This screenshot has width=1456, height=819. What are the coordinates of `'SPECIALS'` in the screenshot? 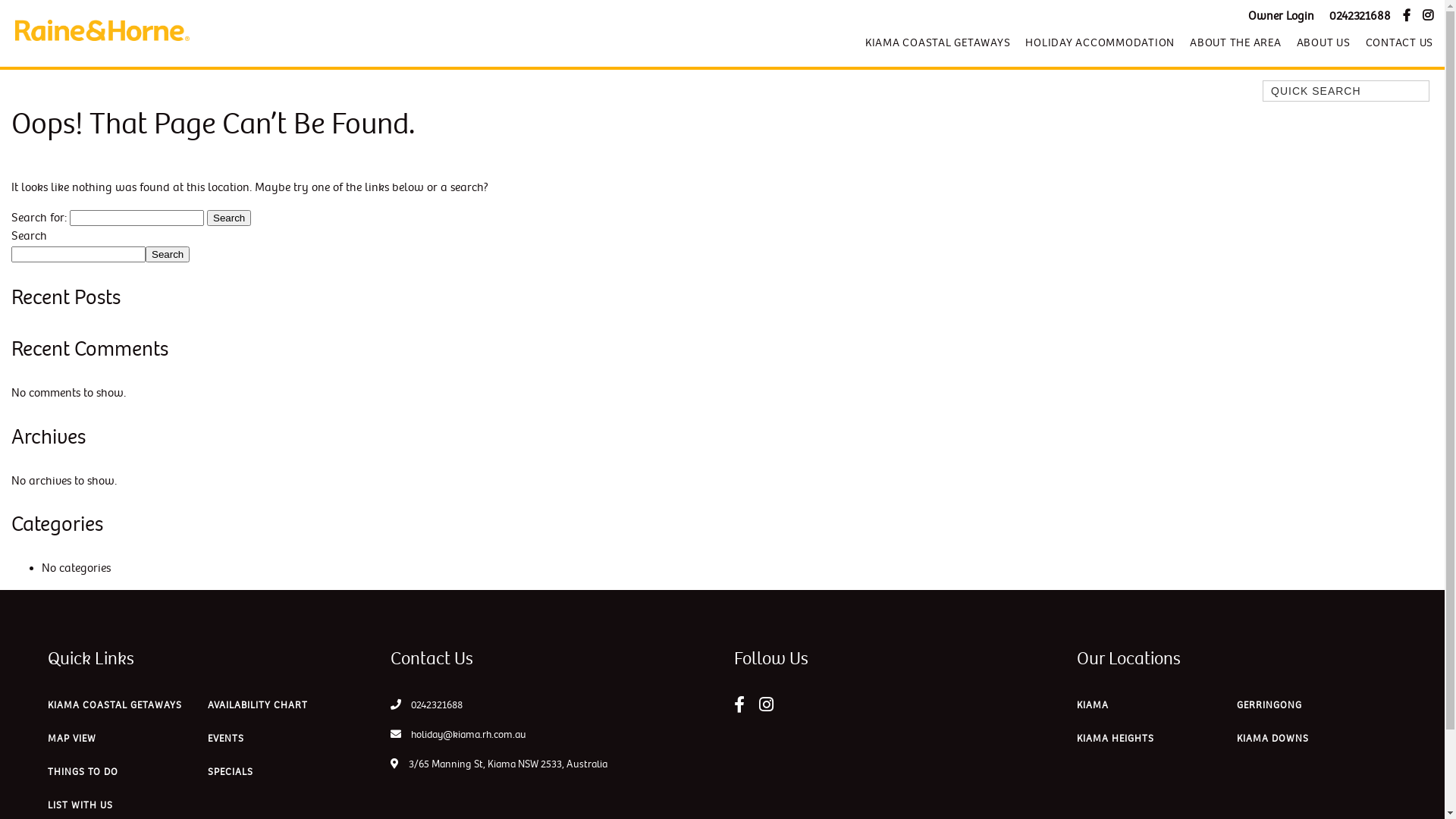 It's located at (206, 775).